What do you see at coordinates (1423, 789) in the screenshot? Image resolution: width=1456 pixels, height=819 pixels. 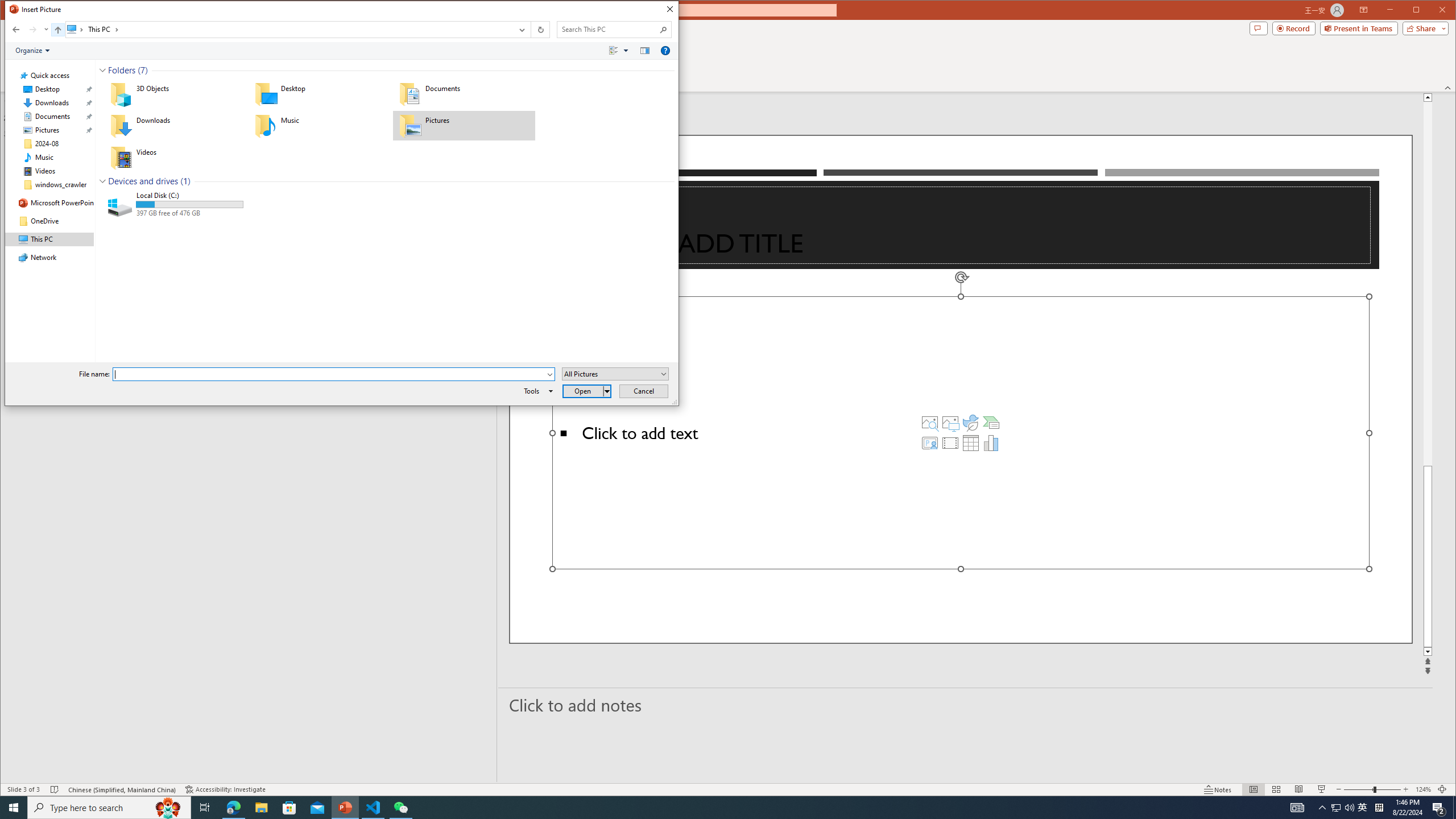 I see `'Zoom 124%'` at bounding box center [1423, 789].